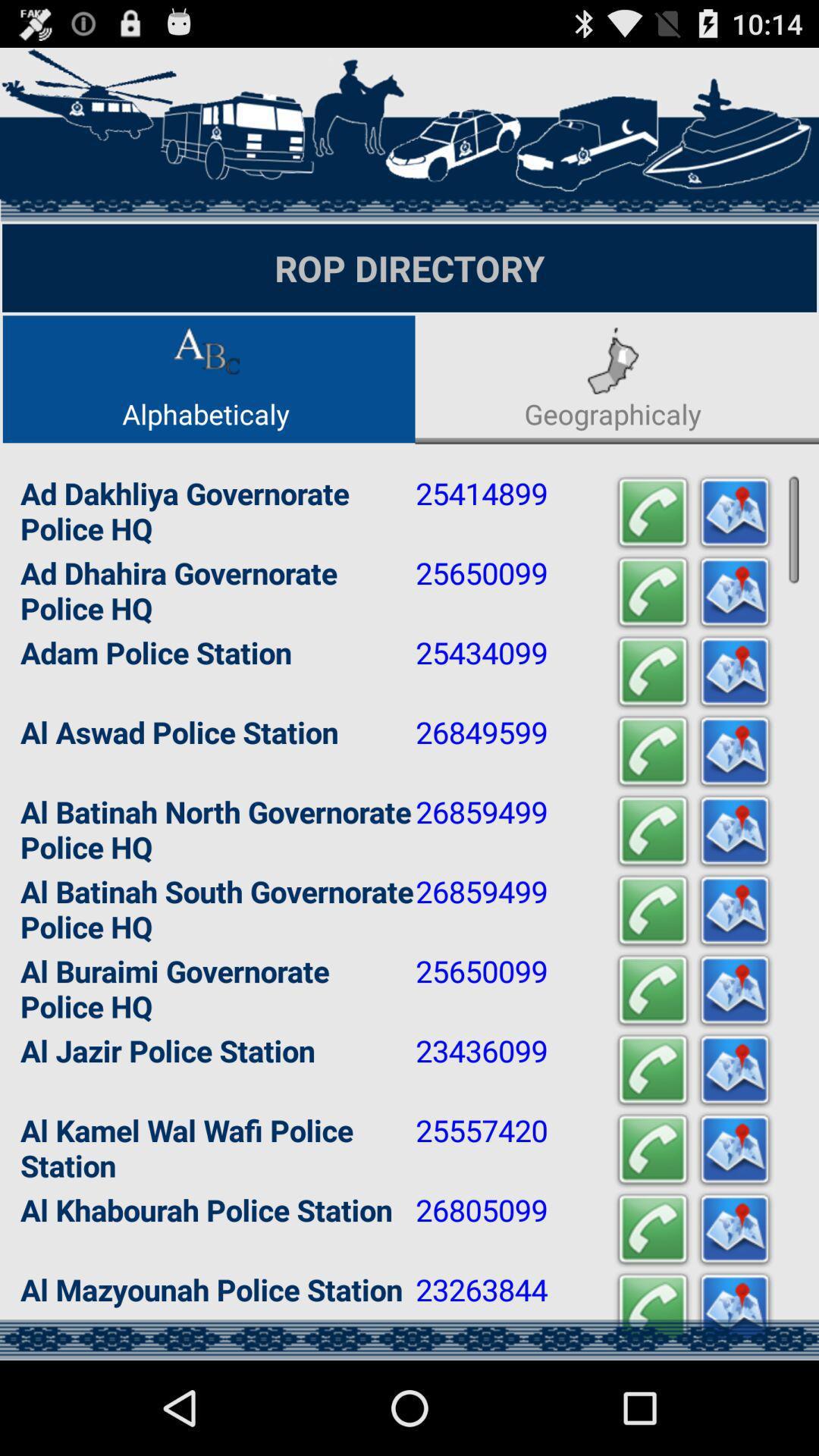 The image size is (819, 1456). Describe the element at coordinates (733, 1308) in the screenshot. I see `show location` at that location.